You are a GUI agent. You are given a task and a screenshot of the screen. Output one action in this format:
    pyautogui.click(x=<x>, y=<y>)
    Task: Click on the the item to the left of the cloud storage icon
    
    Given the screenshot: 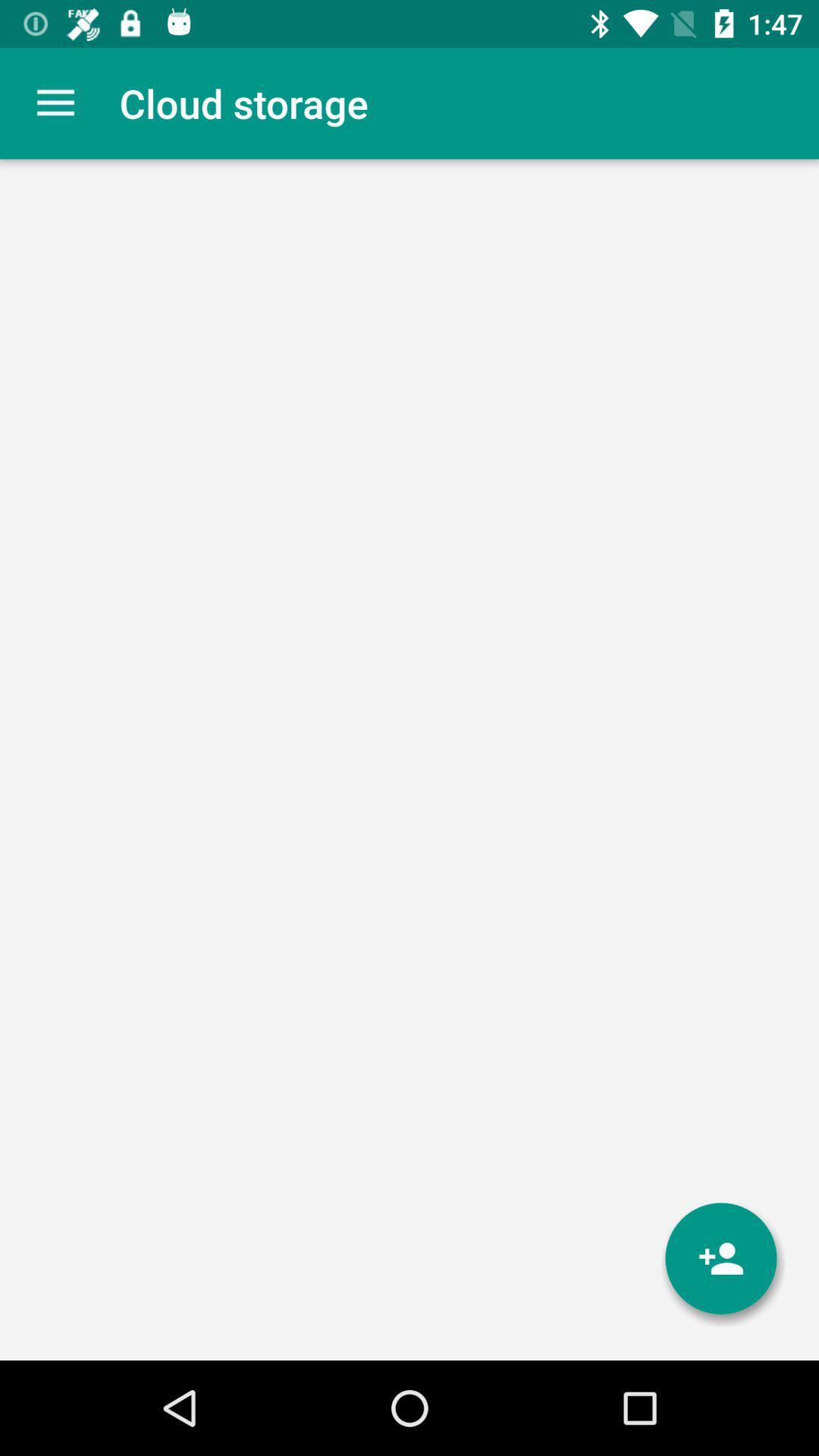 What is the action you would take?
    pyautogui.click(x=55, y=102)
    